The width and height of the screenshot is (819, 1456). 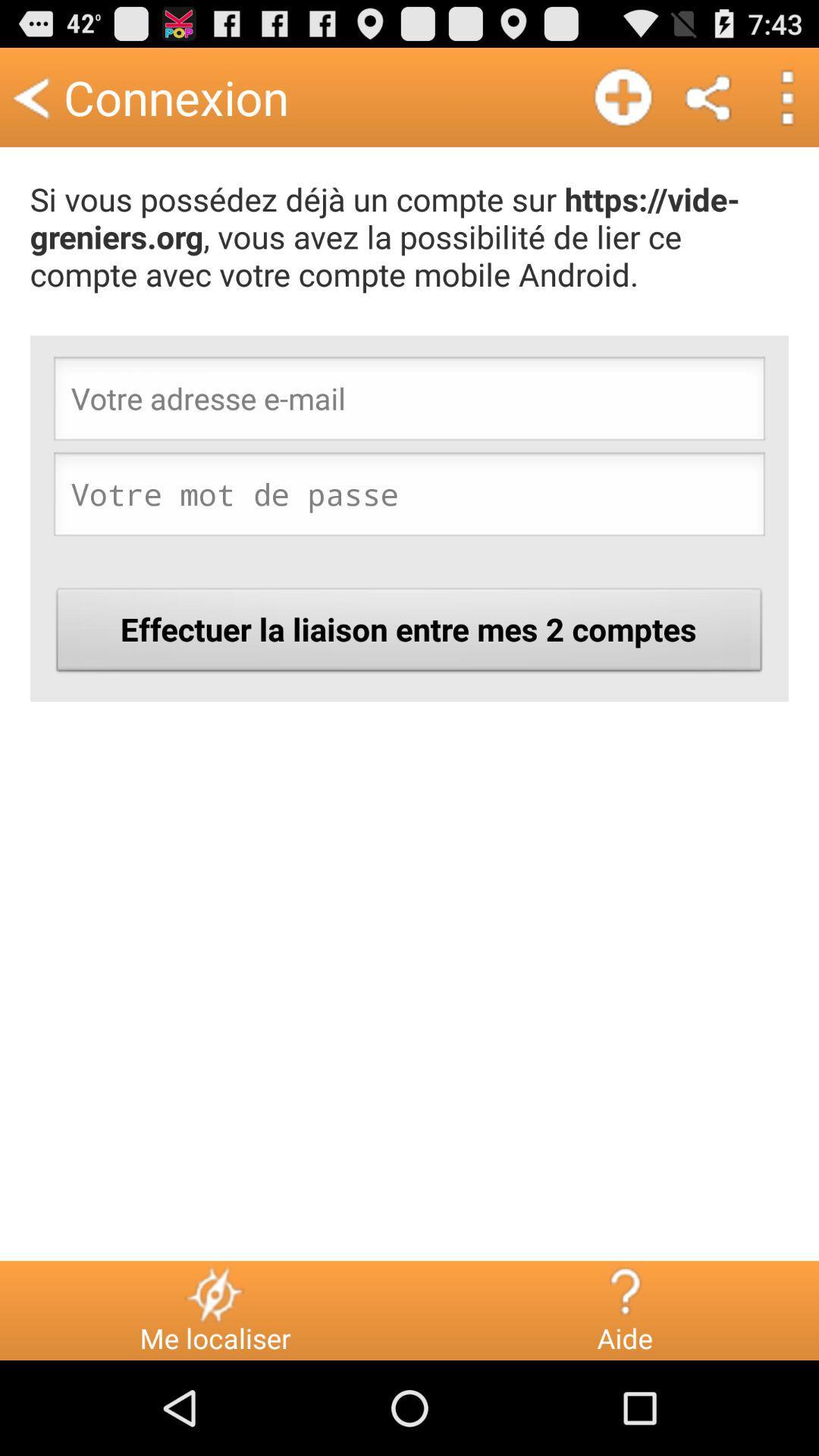 What do you see at coordinates (409, 498) in the screenshot?
I see `the item above effectuer la liaison button` at bounding box center [409, 498].